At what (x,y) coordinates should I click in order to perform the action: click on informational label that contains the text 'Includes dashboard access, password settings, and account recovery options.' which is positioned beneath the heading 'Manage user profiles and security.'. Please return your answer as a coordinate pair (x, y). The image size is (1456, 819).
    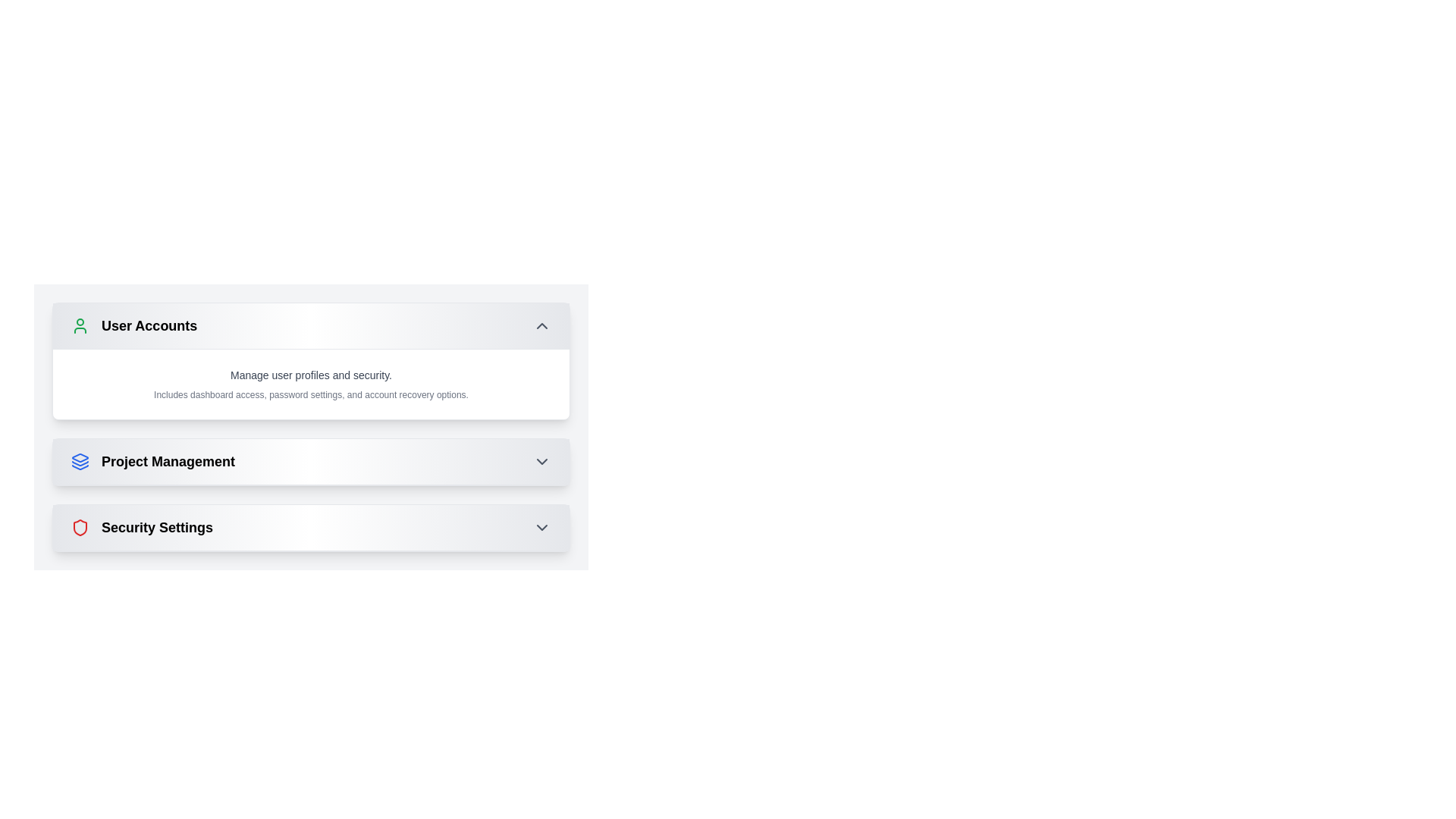
    Looking at the image, I should click on (310, 394).